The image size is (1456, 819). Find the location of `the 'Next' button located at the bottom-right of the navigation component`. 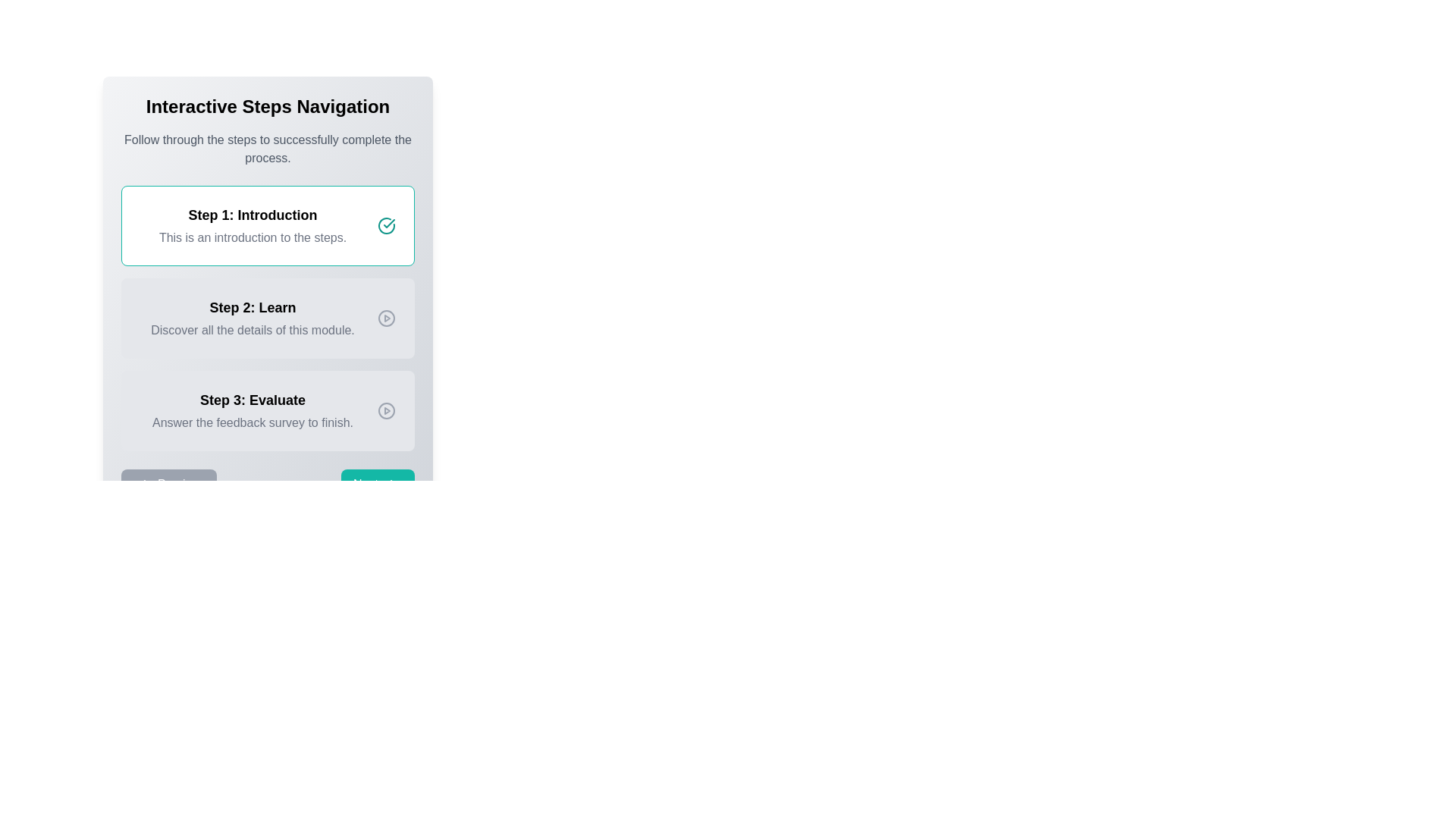

the 'Next' button located at the bottom-right of the navigation component is located at coordinates (378, 485).